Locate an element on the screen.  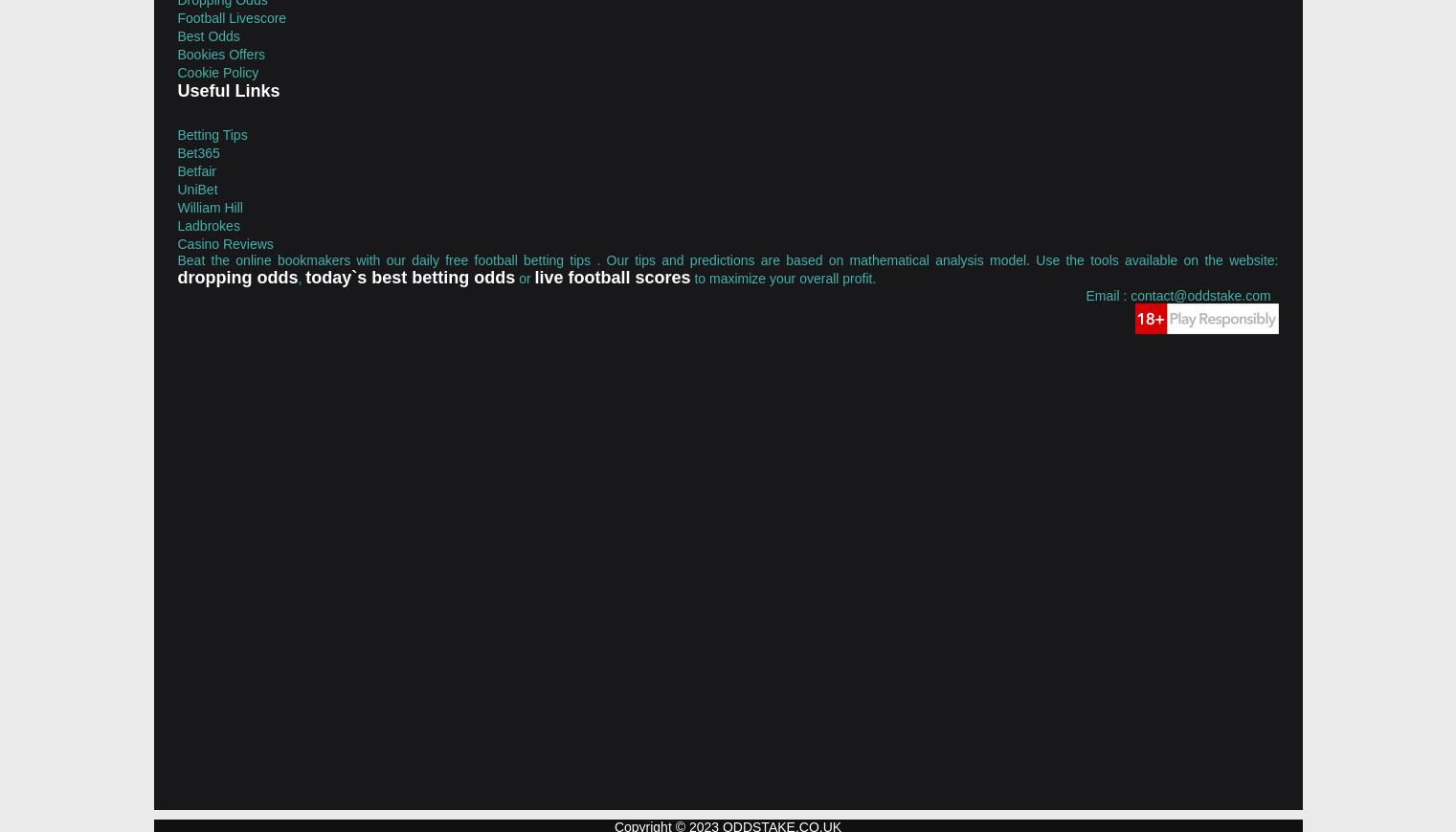
'Best Odds' is located at coordinates (175, 34).